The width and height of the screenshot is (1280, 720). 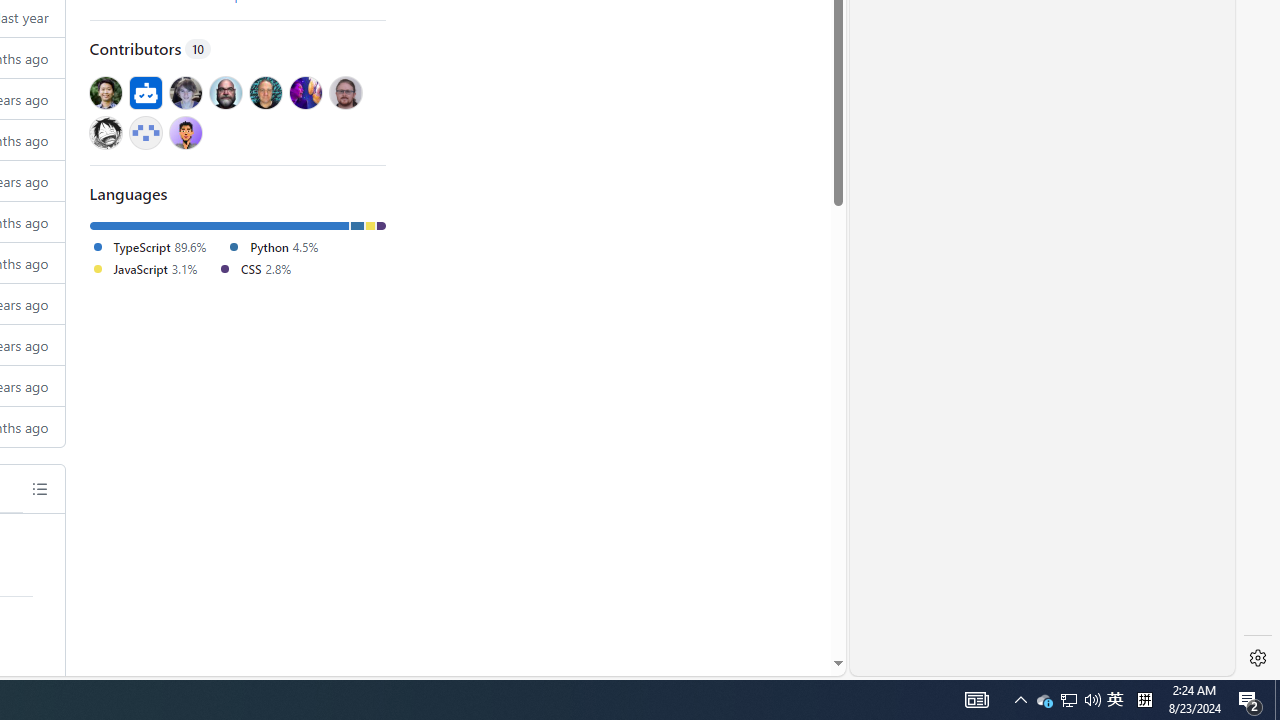 What do you see at coordinates (185, 132) in the screenshot?
I see `'@web3Gurung'` at bounding box center [185, 132].